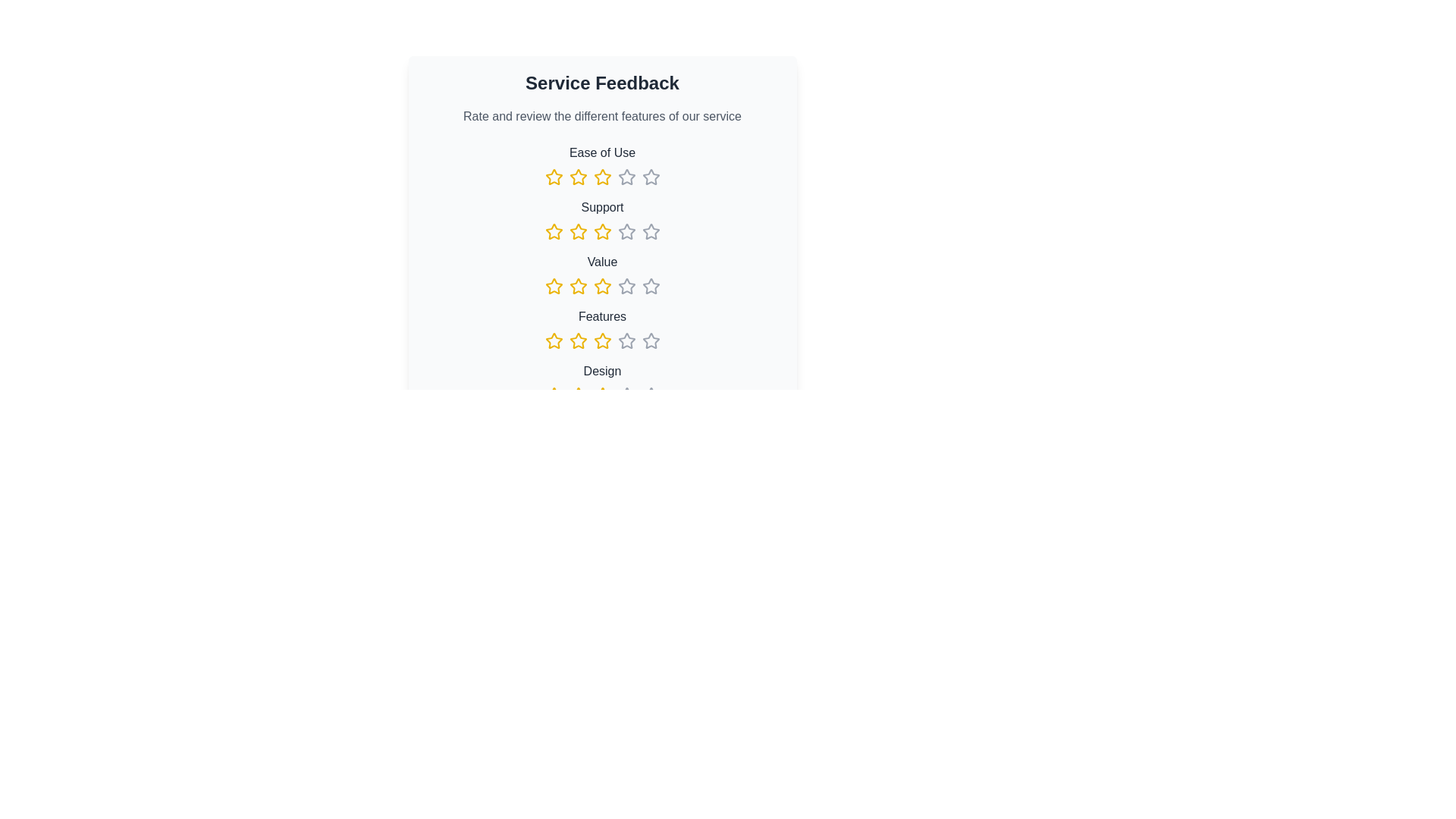 This screenshot has height=819, width=1456. Describe the element at coordinates (601, 340) in the screenshot. I see `the third star icon with a yellow outline in the 'Features' category of the feedback form` at that location.